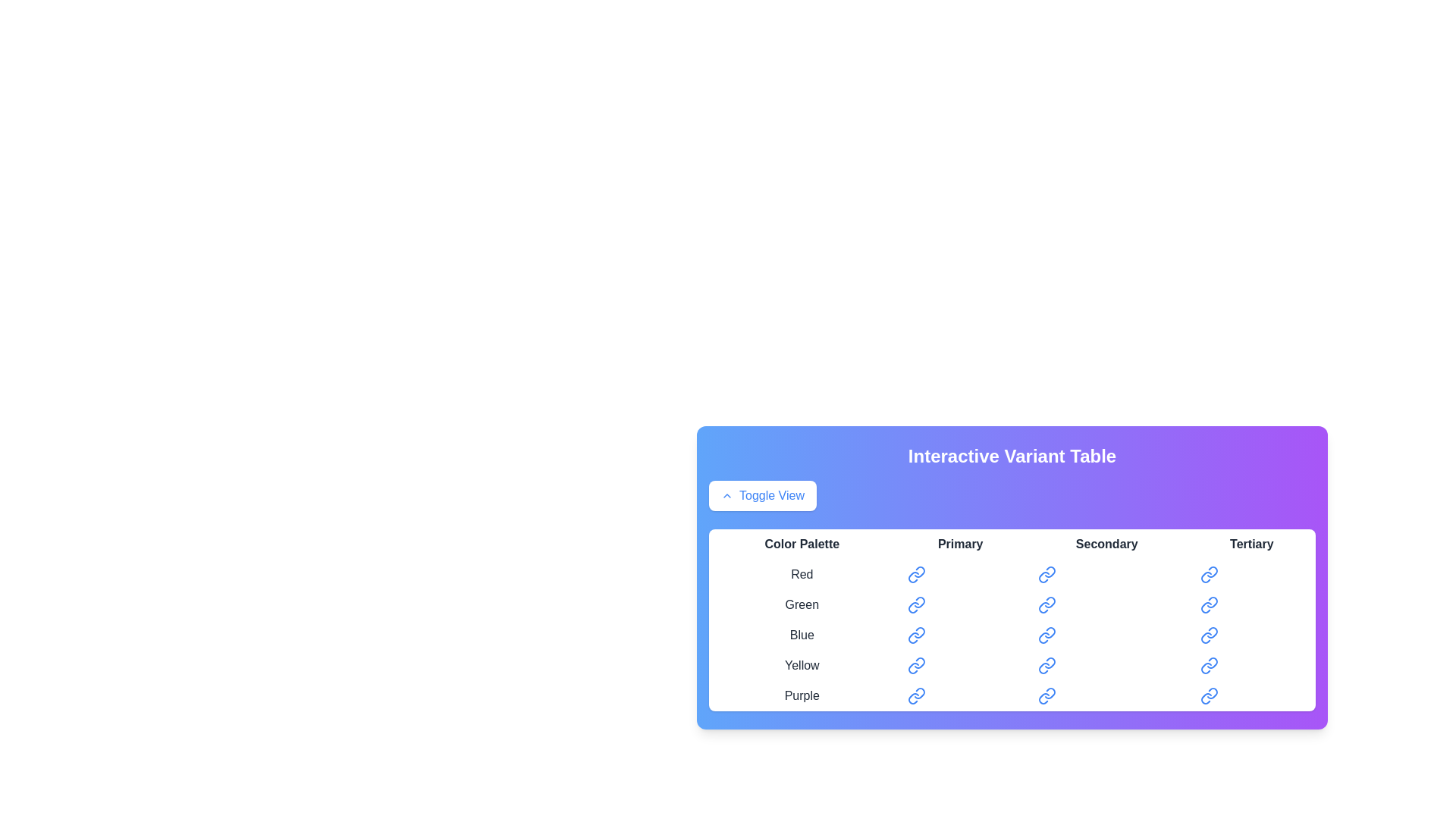 This screenshot has height=819, width=1456. What do you see at coordinates (726, 496) in the screenshot?
I see `the 'Toggle View' button located in the upper left corner of the card displaying the 'Interactive Variant Table'` at bounding box center [726, 496].